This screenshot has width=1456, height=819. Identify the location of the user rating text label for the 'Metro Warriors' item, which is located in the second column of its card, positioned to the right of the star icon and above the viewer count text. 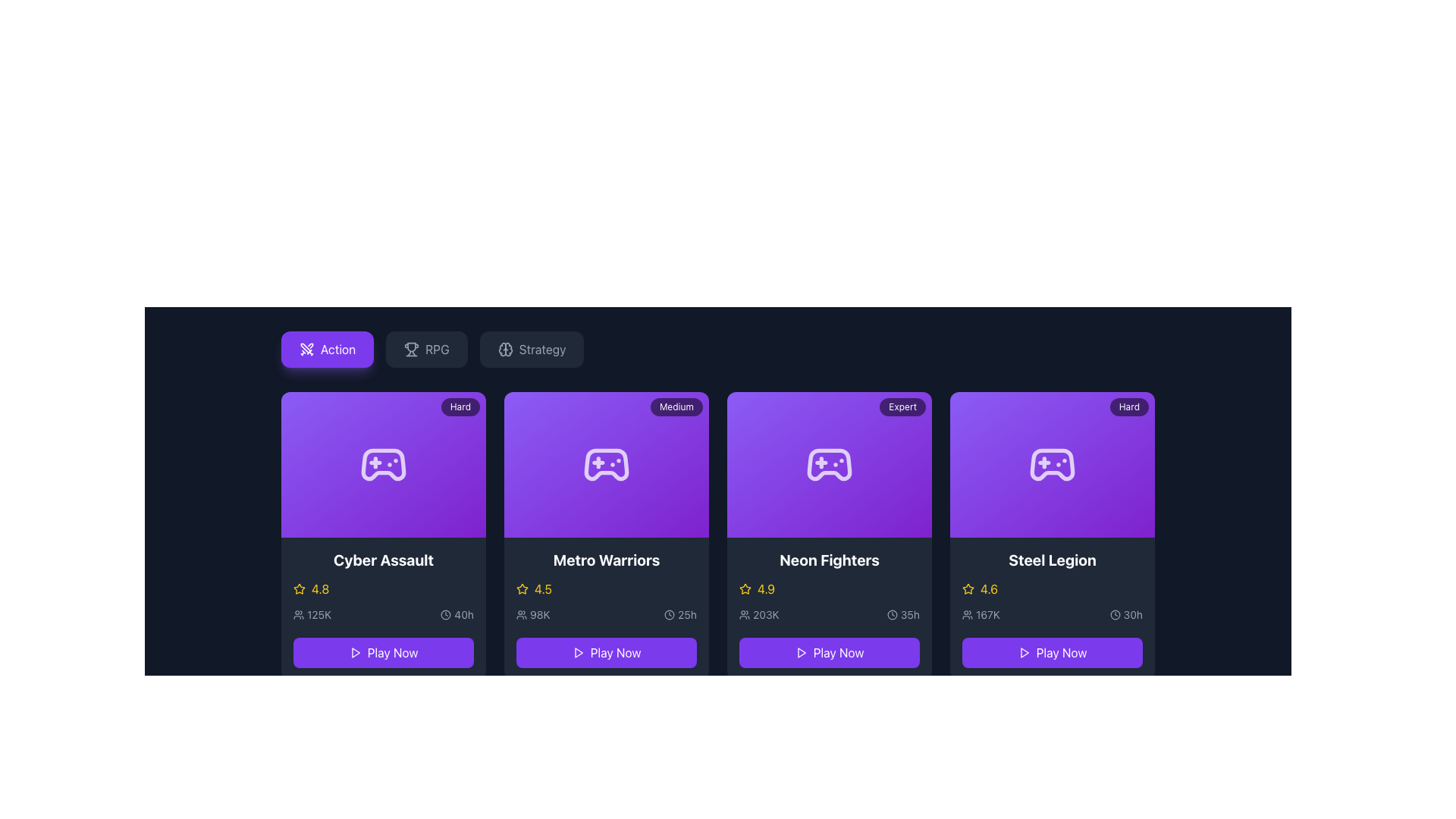
(543, 588).